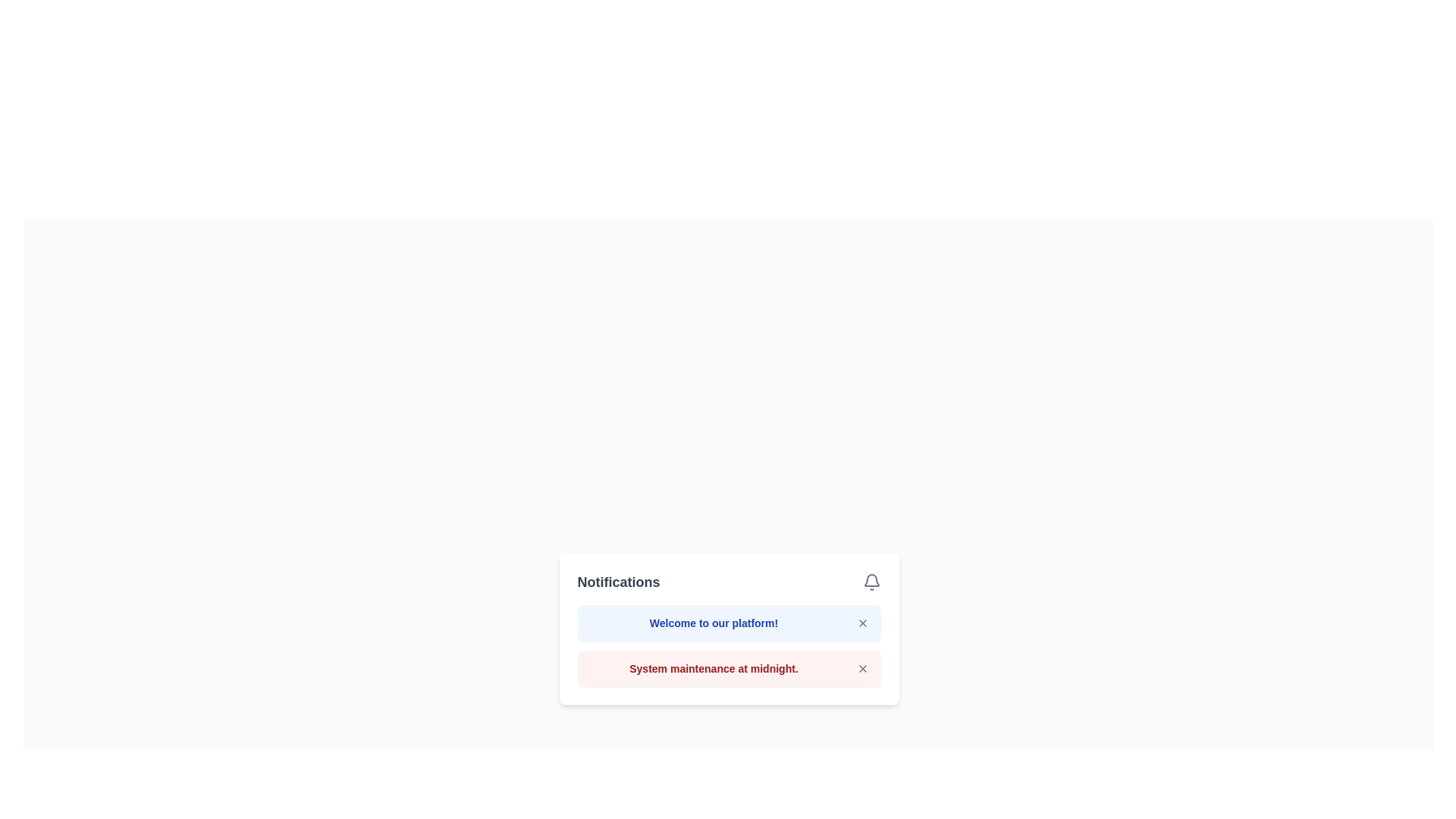 The height and width of the screenshot is (819, 1456). I want to click on the notification card with red background stating 'System maintenance at midnight', so click(729, 668).